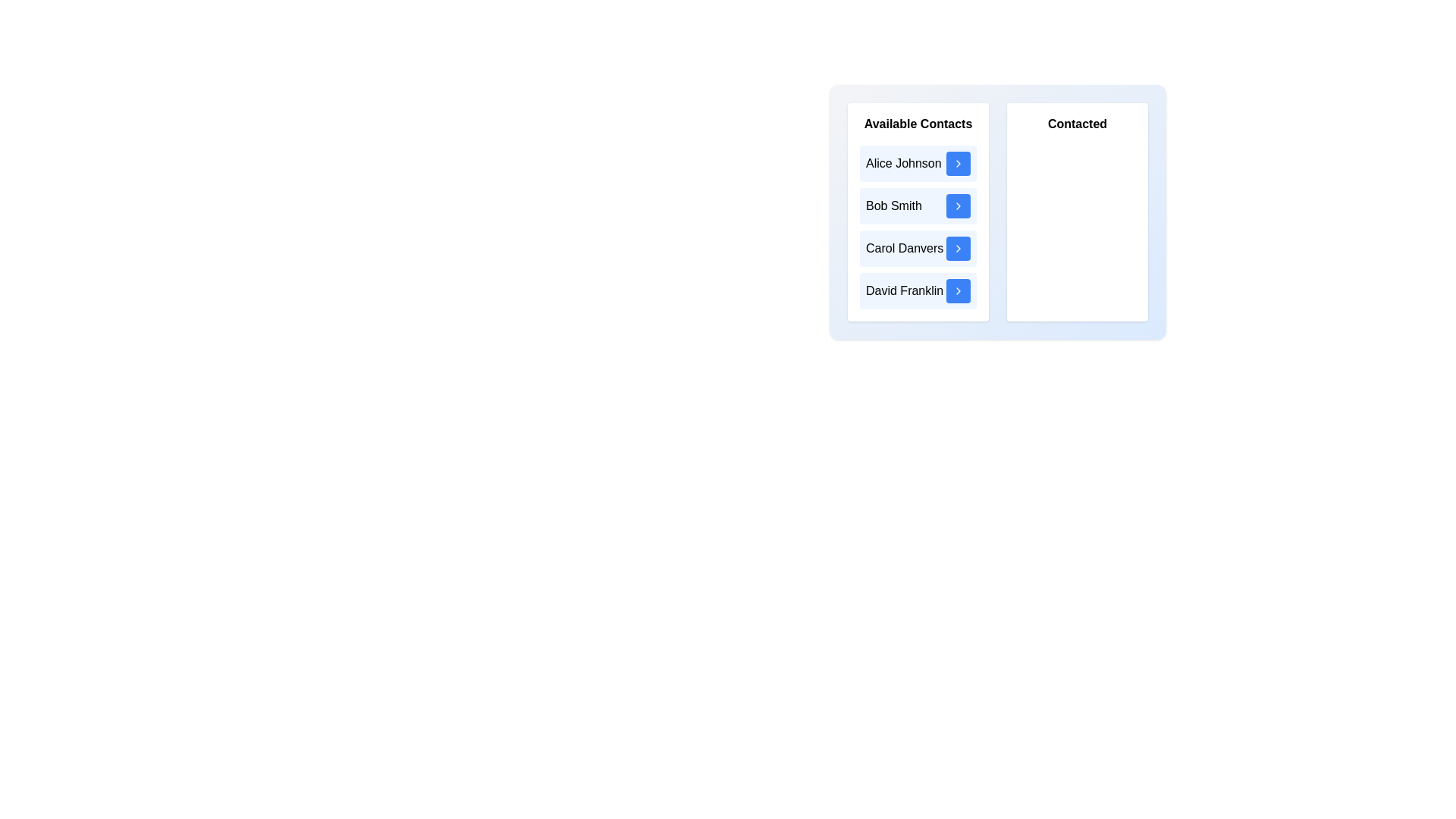  I want to click on right arrow button next to the contact Alice Johnson to move it to the 'Contacted' list, so click(957, 164).